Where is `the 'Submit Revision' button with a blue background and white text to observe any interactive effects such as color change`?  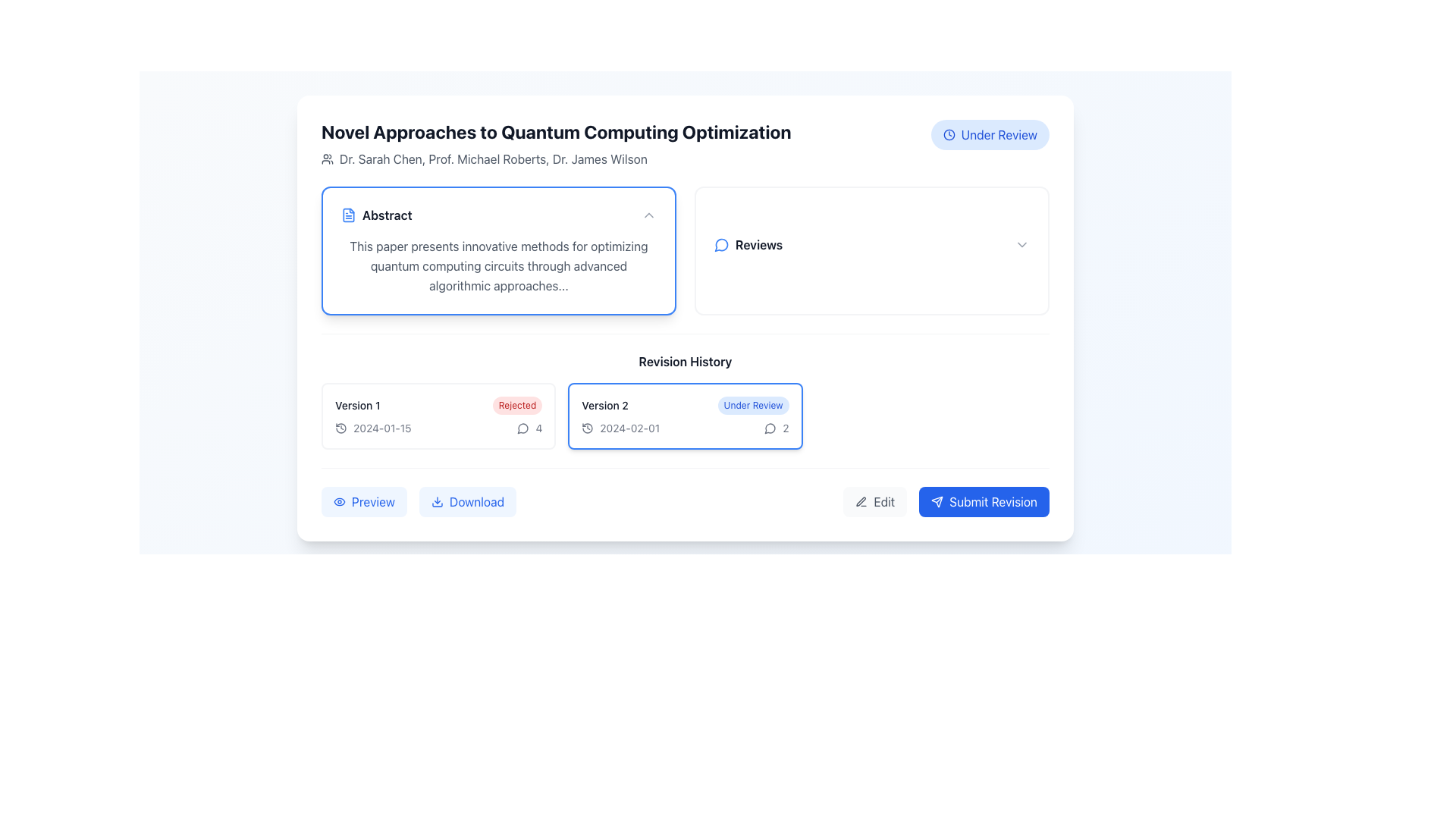
the 'Submit Revision' button with a blue background and white text to observe any interactive effects such as color change is located at coordinates (984, 502).